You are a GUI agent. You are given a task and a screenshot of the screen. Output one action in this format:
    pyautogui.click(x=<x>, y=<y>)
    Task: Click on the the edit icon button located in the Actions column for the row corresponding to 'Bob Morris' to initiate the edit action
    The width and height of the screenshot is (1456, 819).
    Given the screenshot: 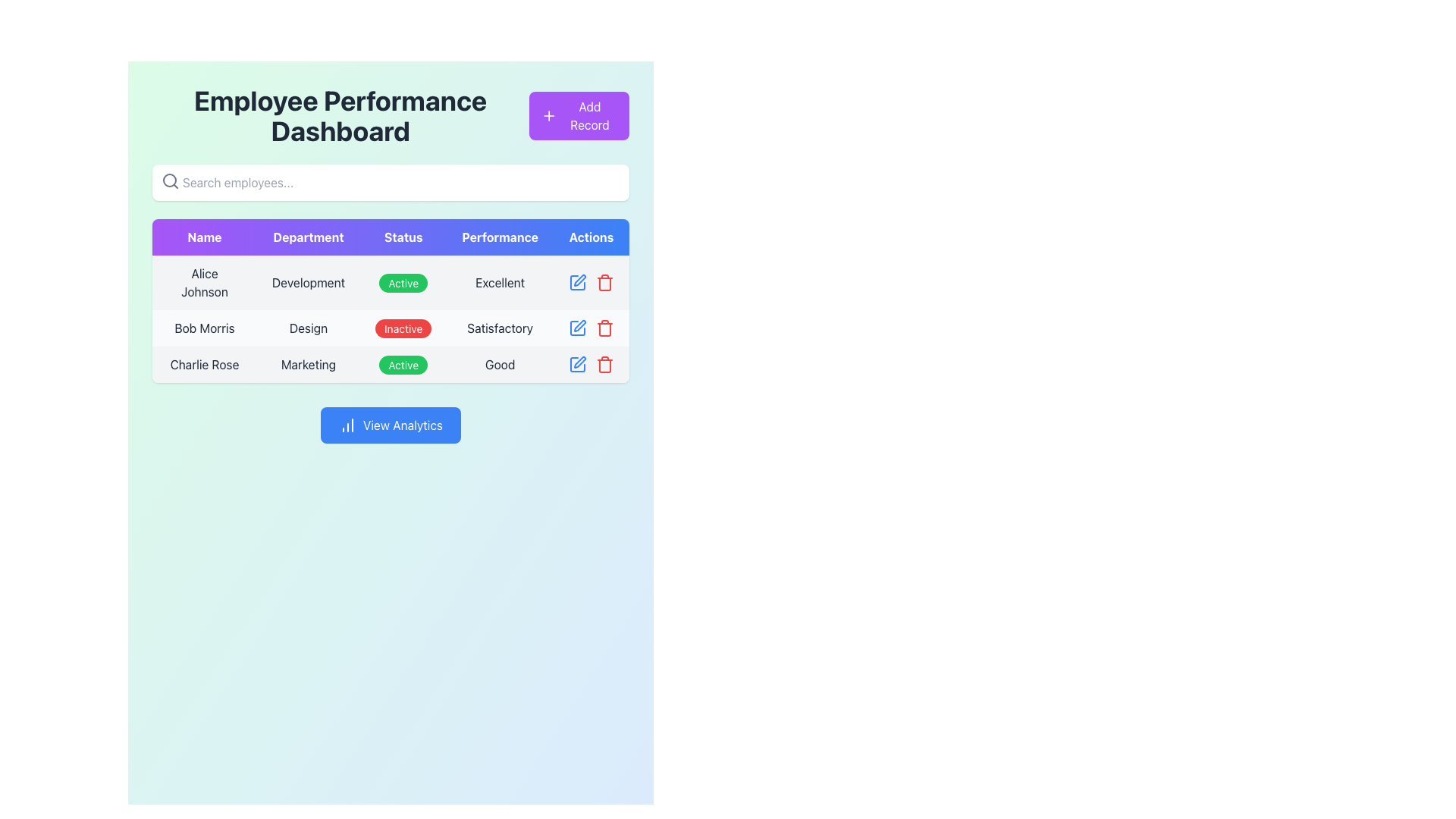 What is the action you would take?
    pyautogui.click(x=578, y=281)
    